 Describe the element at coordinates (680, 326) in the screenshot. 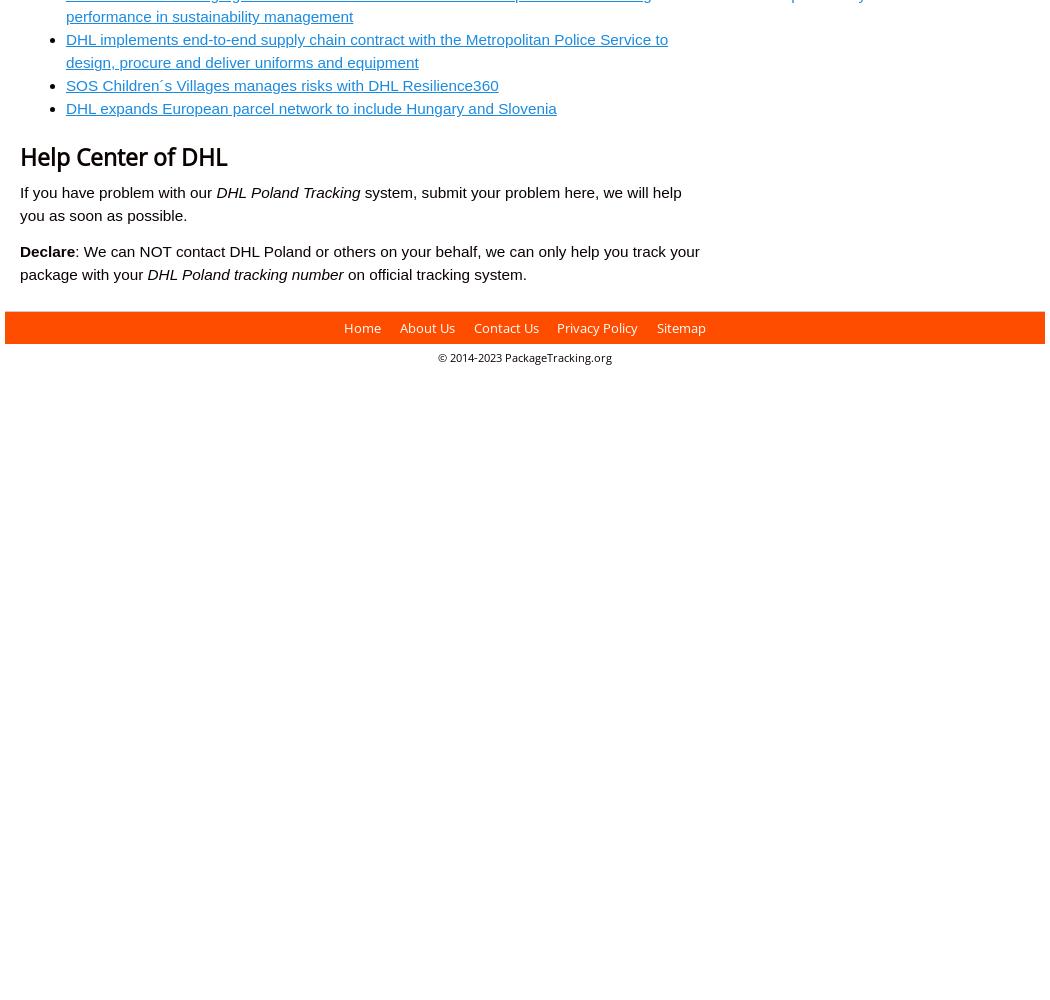

I see `'Sitemap'` at that location.